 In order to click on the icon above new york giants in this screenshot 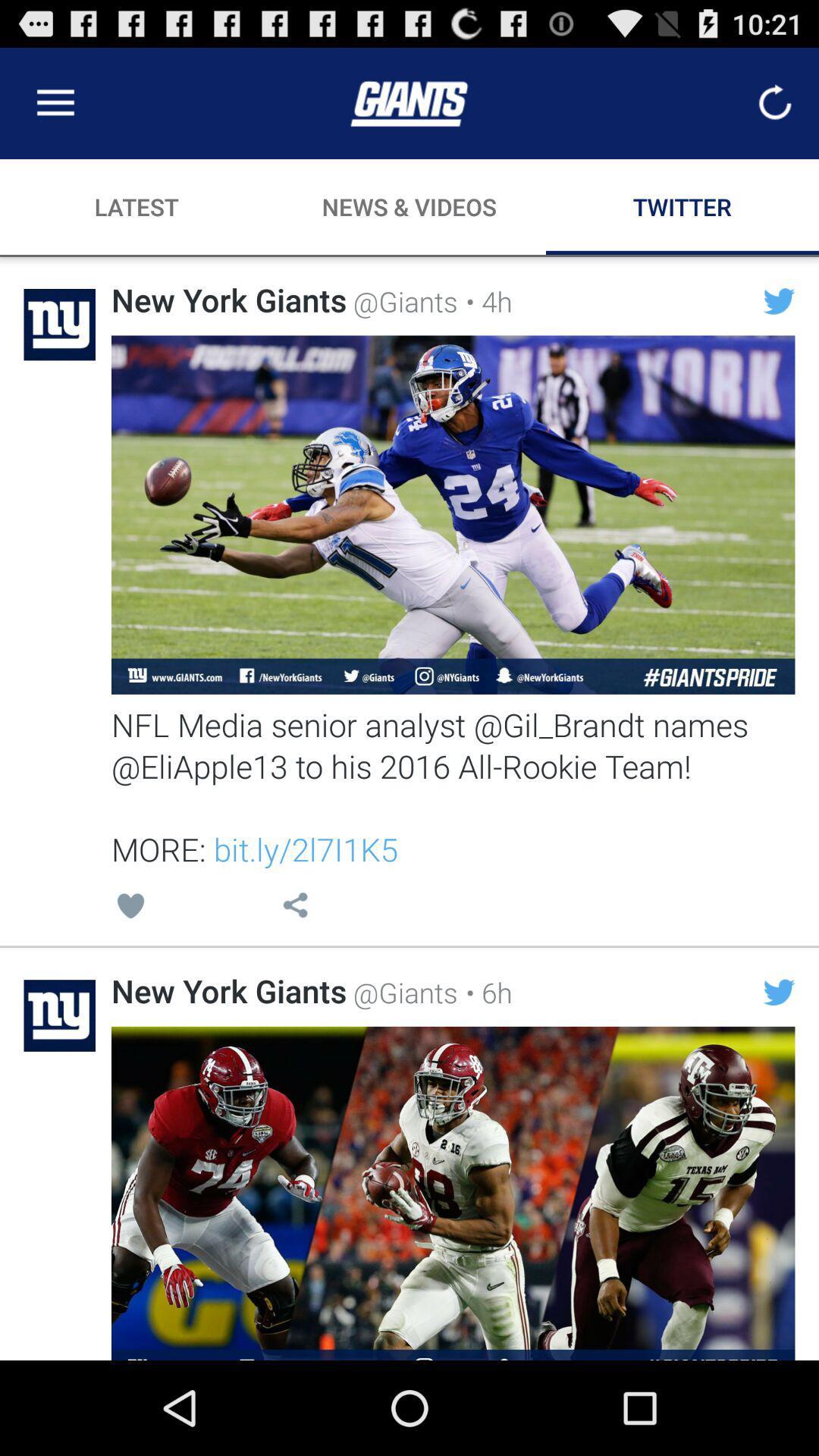, I will do `click(295, 908)`.